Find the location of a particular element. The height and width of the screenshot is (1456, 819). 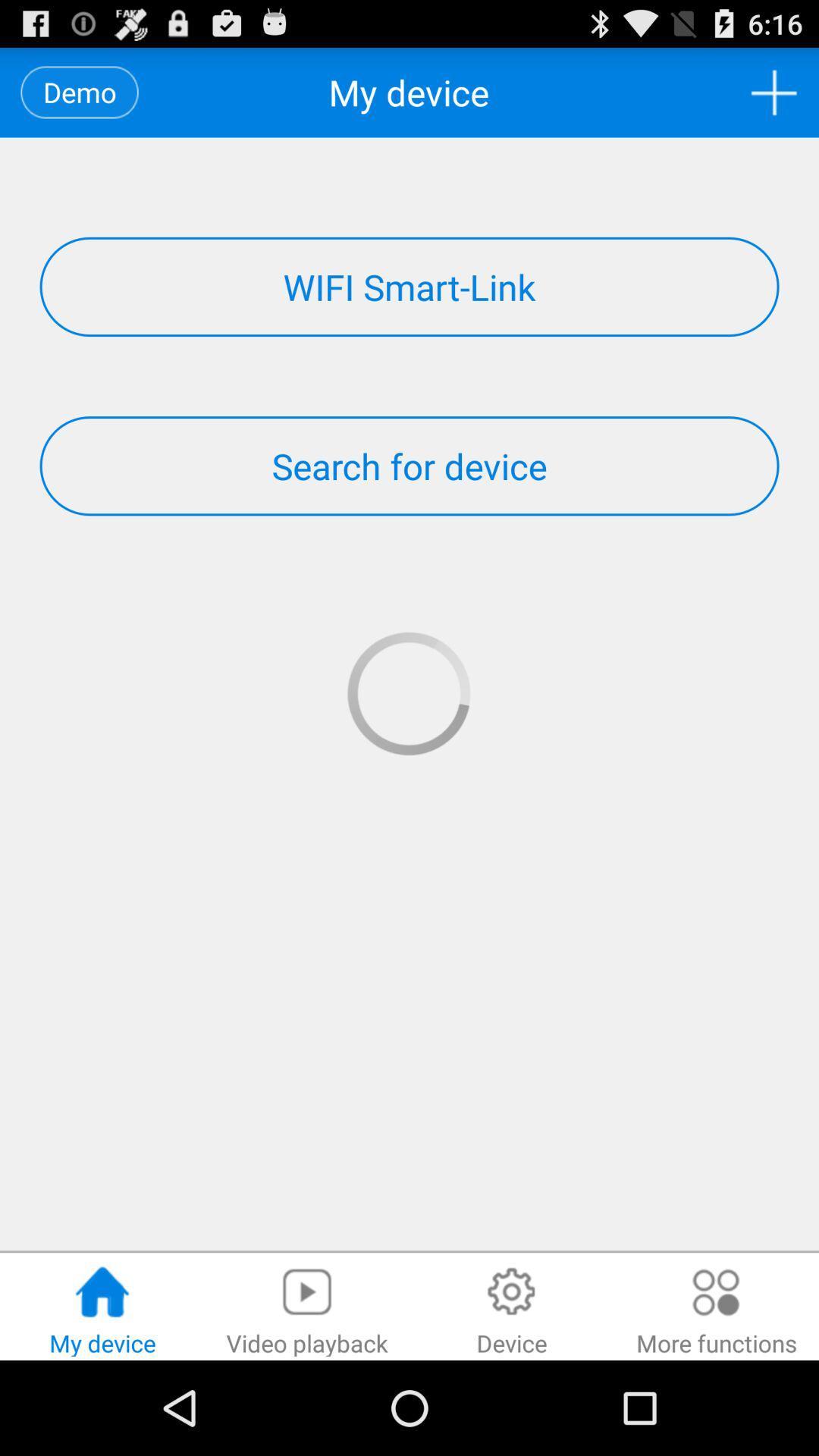

click +button is located at coordinates (773, 92).